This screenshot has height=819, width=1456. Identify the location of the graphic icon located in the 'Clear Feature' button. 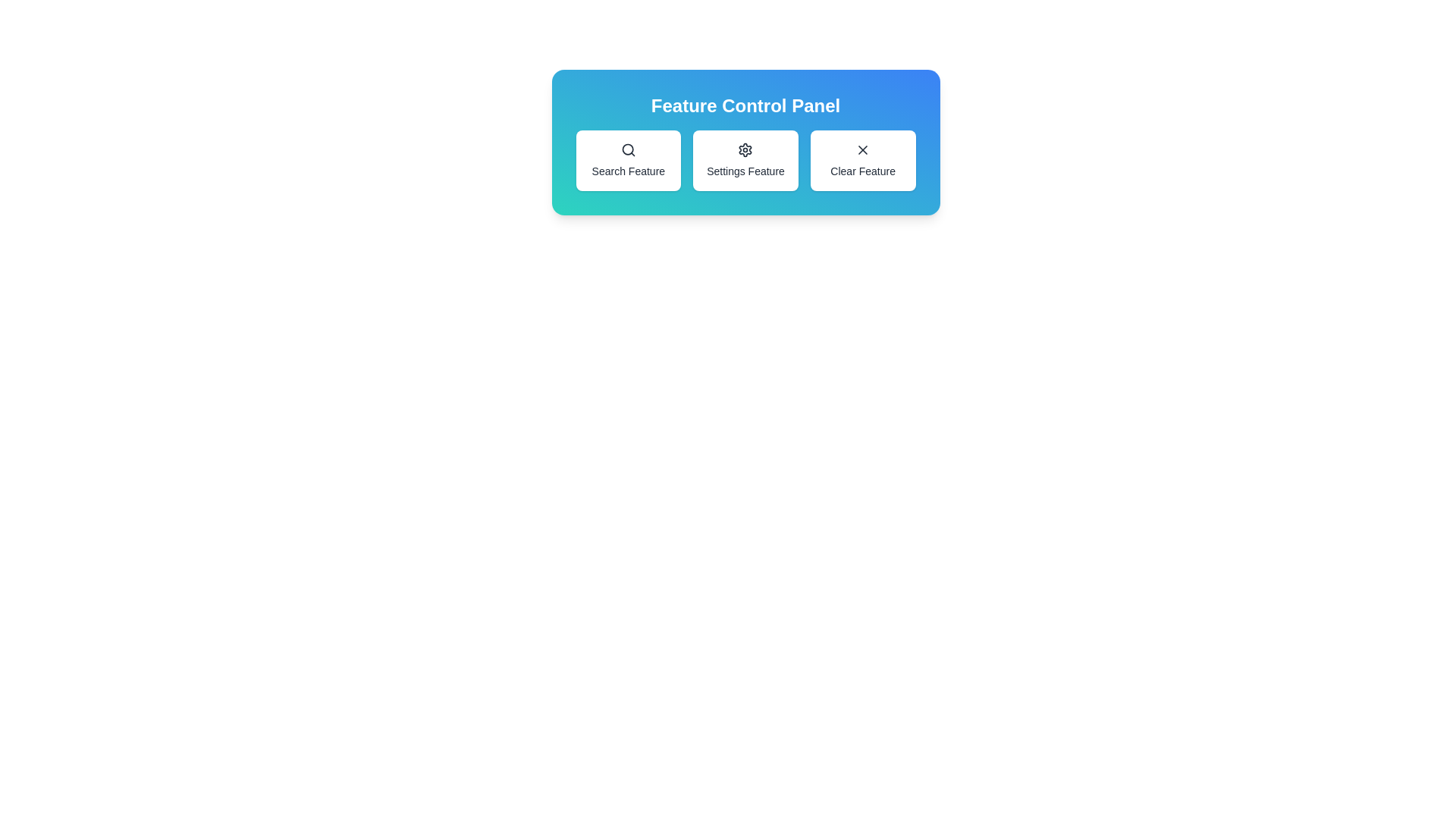
(863, 149).